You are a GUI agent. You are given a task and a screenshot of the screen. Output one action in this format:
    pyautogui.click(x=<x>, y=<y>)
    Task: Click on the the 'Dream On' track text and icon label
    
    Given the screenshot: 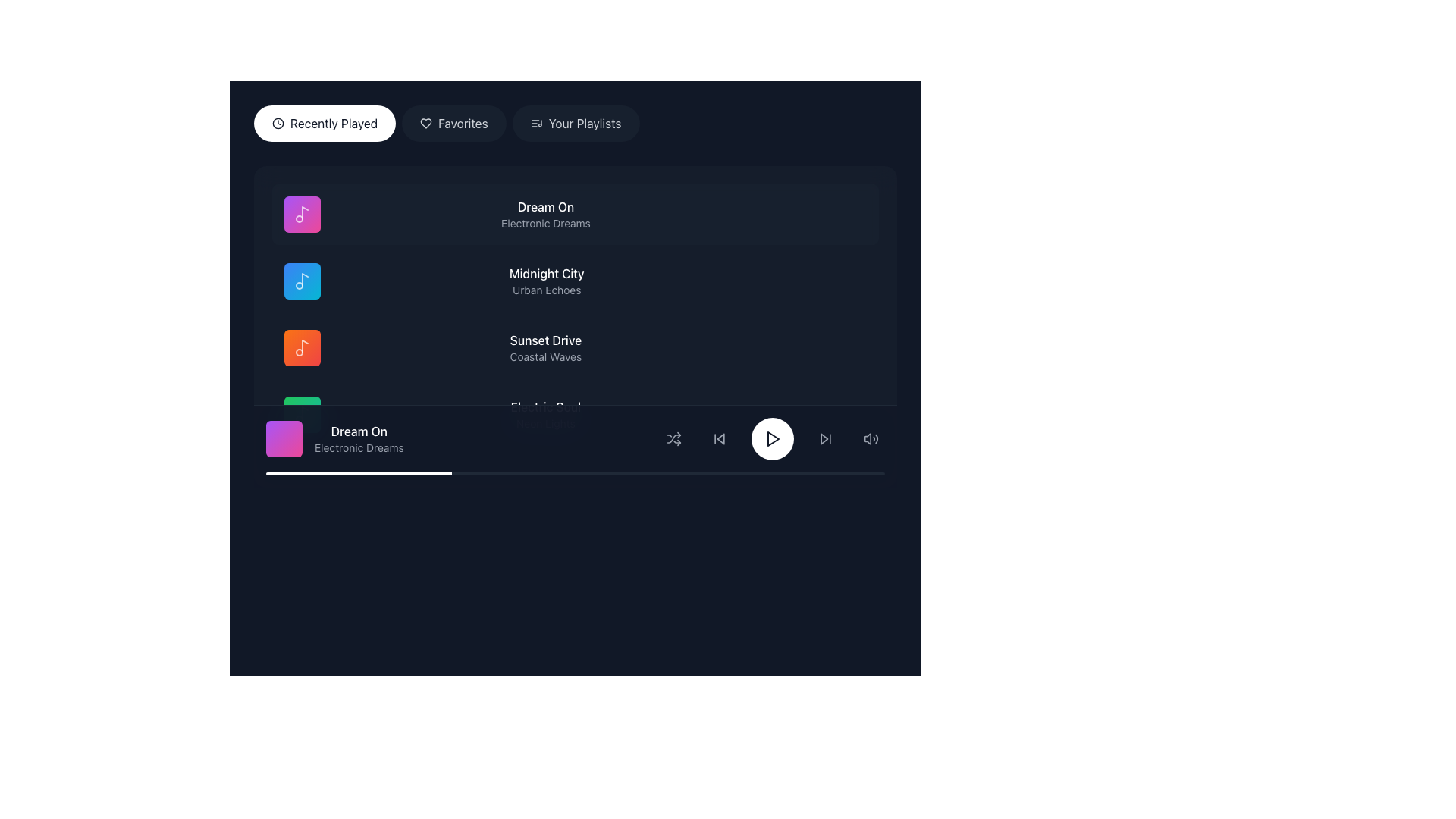 What is the action you would take?
    pyautogui.click(x=334, y=438)
    